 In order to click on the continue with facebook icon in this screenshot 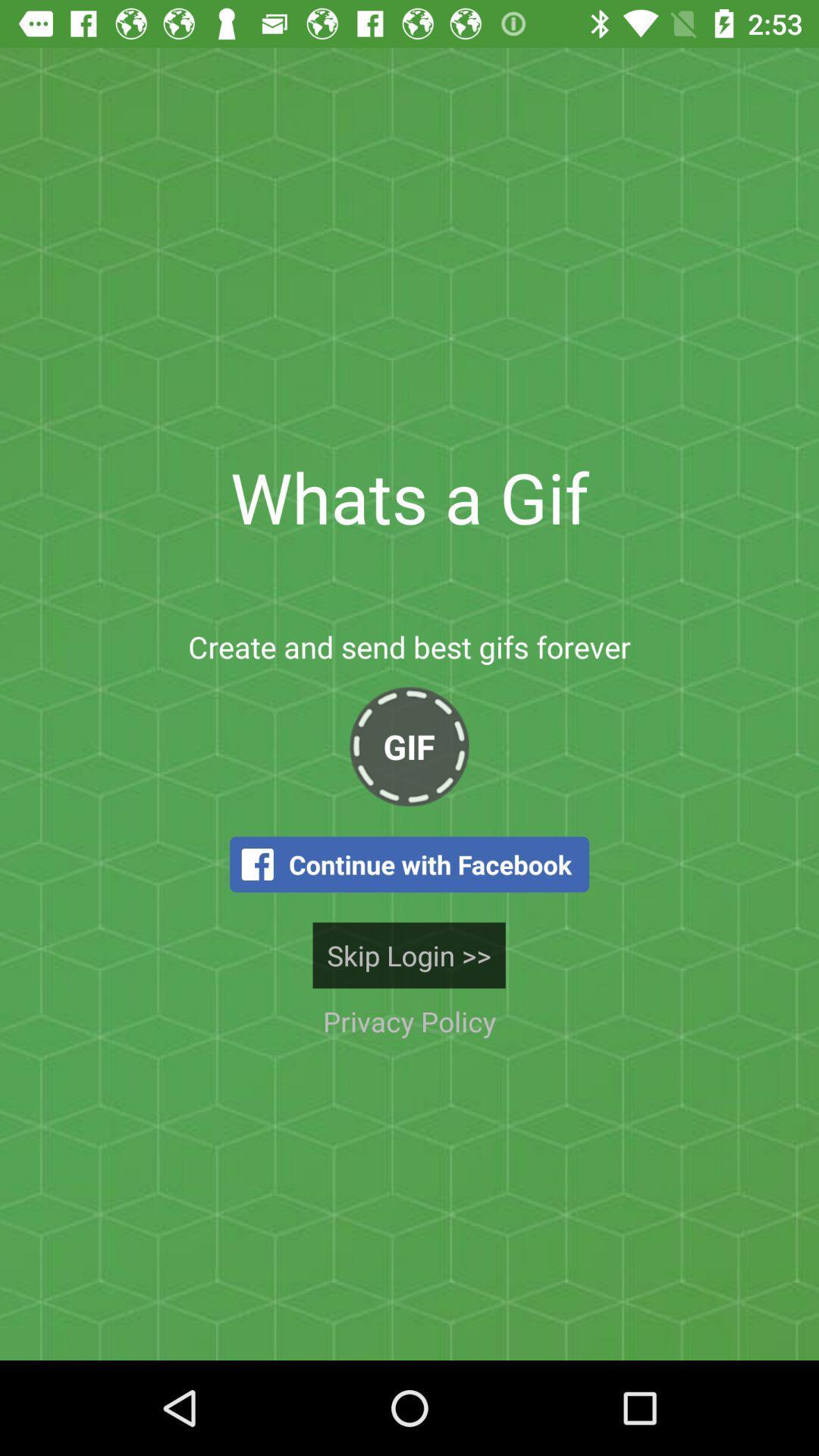, I will do `click(409, 864)`.